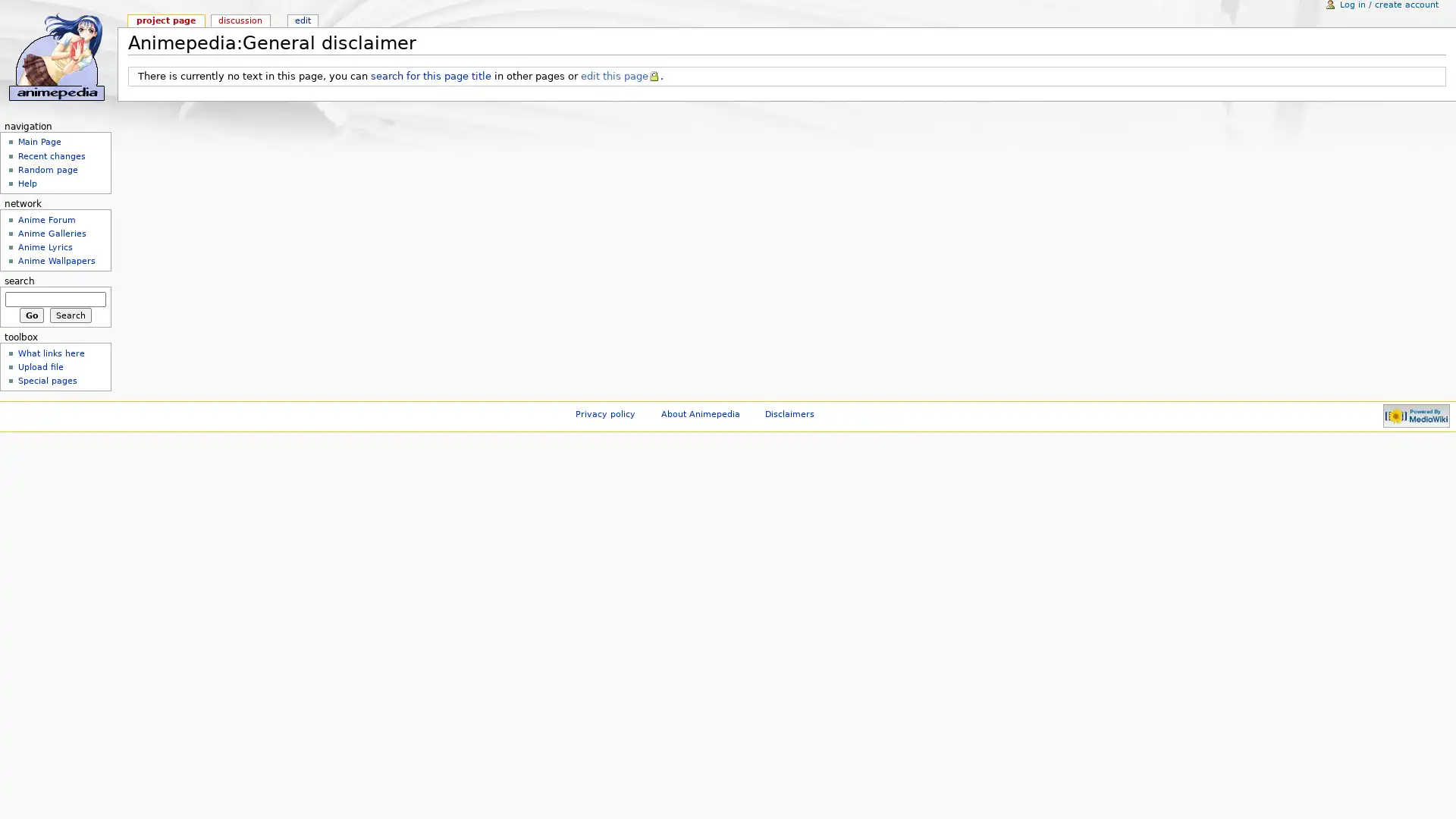 This screenshot has width=1456, height=819. What do you see at coordinates (31, 315) in the screenshot?
I see `Go` at bounding box center [31, 315].